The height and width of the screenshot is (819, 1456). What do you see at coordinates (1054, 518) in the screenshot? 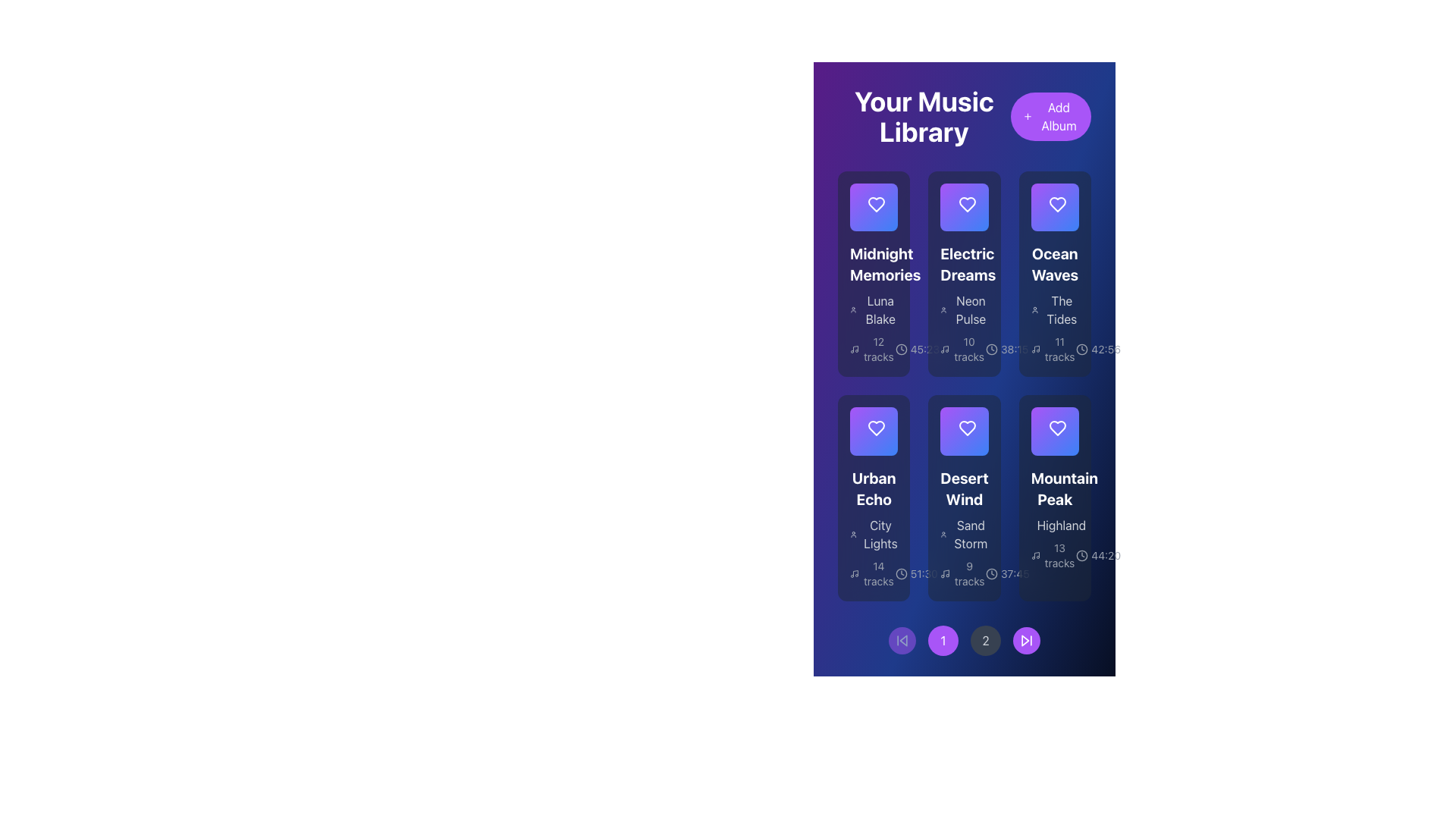
I see `the fourth Informational album or playlist card located in the rightmost column` at bounding box center [1054, 518].